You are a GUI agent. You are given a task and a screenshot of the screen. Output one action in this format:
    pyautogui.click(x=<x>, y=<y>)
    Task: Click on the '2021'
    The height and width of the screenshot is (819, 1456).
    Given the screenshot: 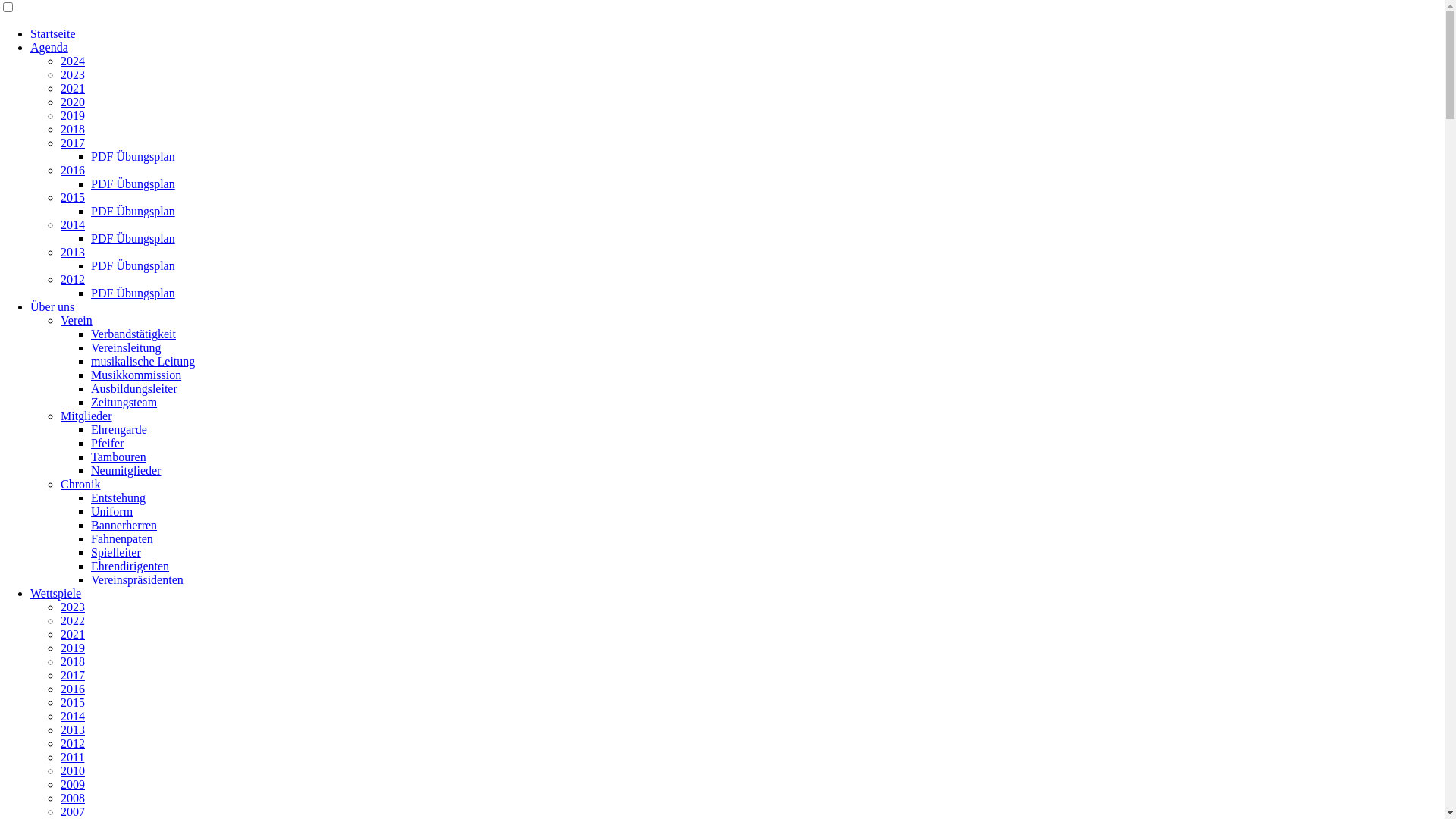 What is the action you would take?
    pyautogui.click(x=72, y=634)
    